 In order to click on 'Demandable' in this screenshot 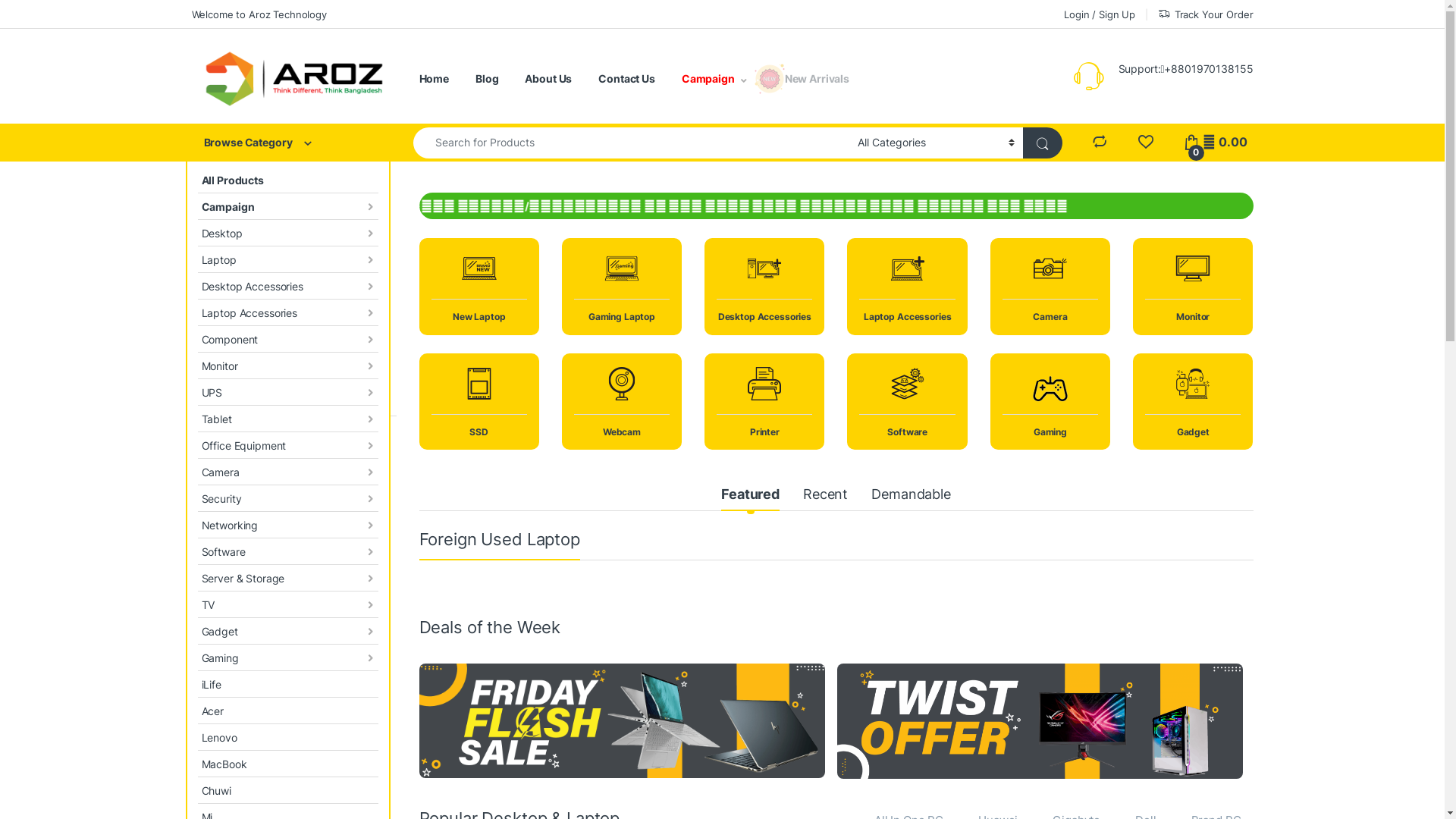, I will do `click(910, 496)`.